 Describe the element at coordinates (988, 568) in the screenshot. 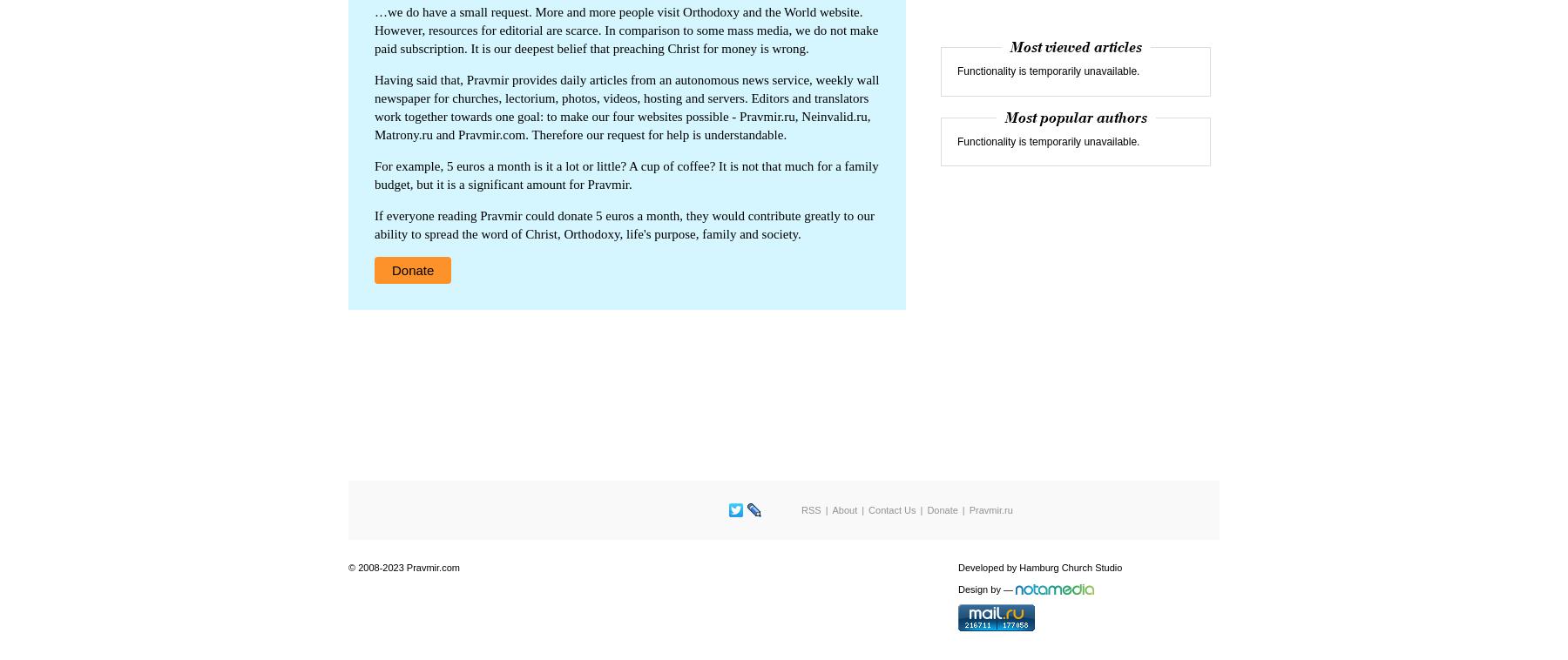

I see `'Developed by'` at that location.